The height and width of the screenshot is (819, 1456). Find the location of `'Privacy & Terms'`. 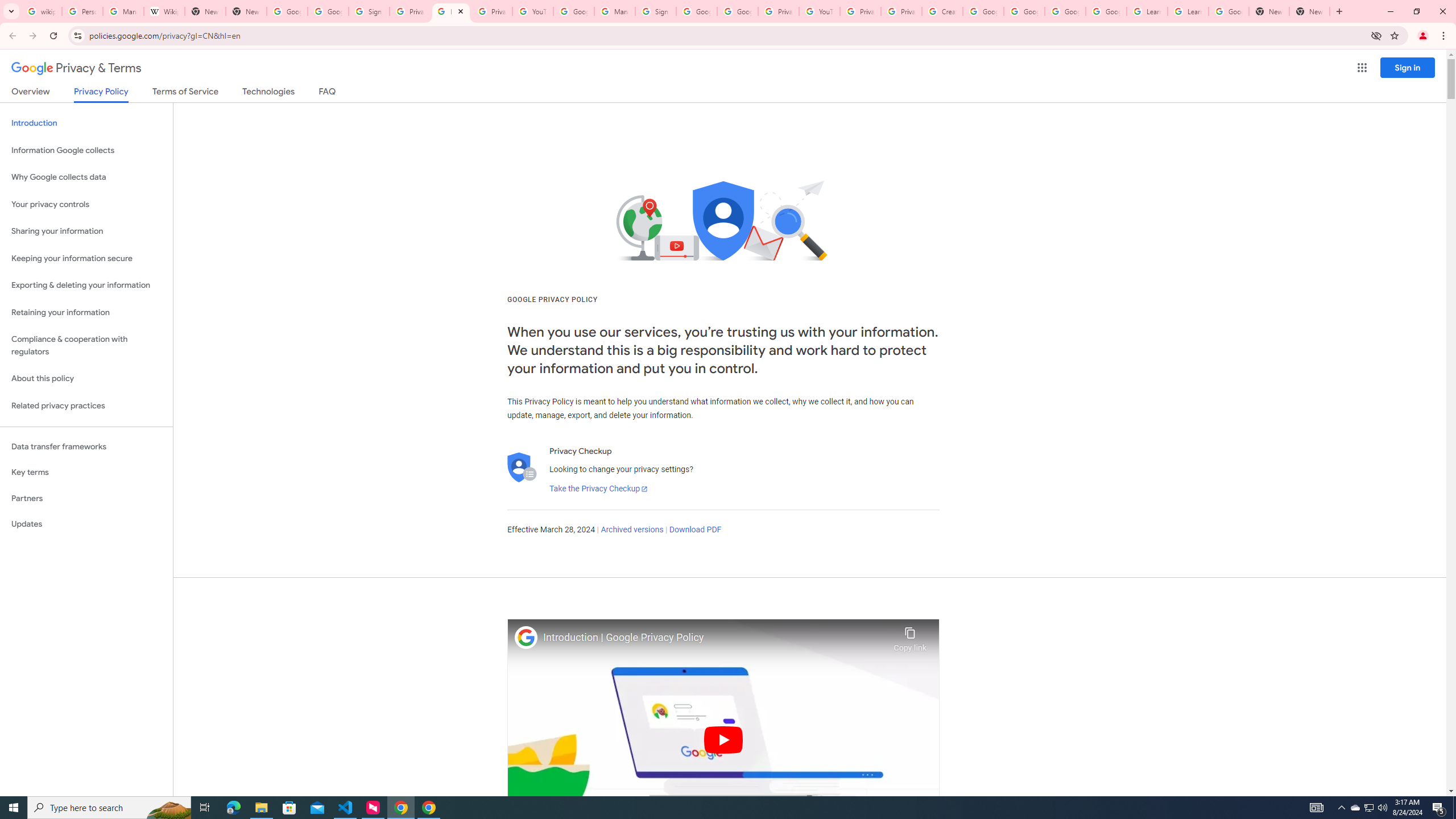

'Privacy & Terms' is located at coordinates (76, 68).